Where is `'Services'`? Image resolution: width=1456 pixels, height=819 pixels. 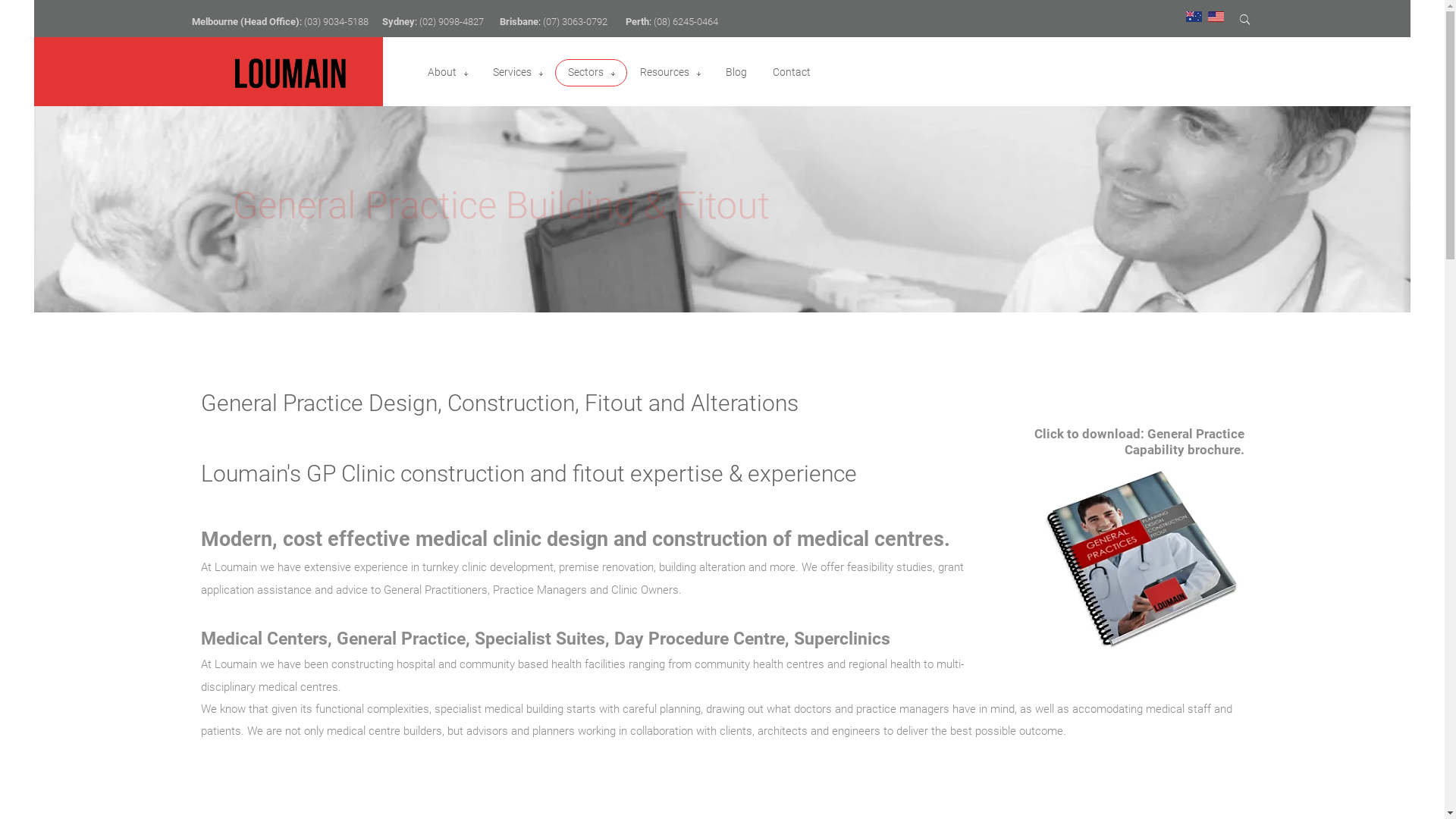 'Services' is located at coordinates (517, 72).